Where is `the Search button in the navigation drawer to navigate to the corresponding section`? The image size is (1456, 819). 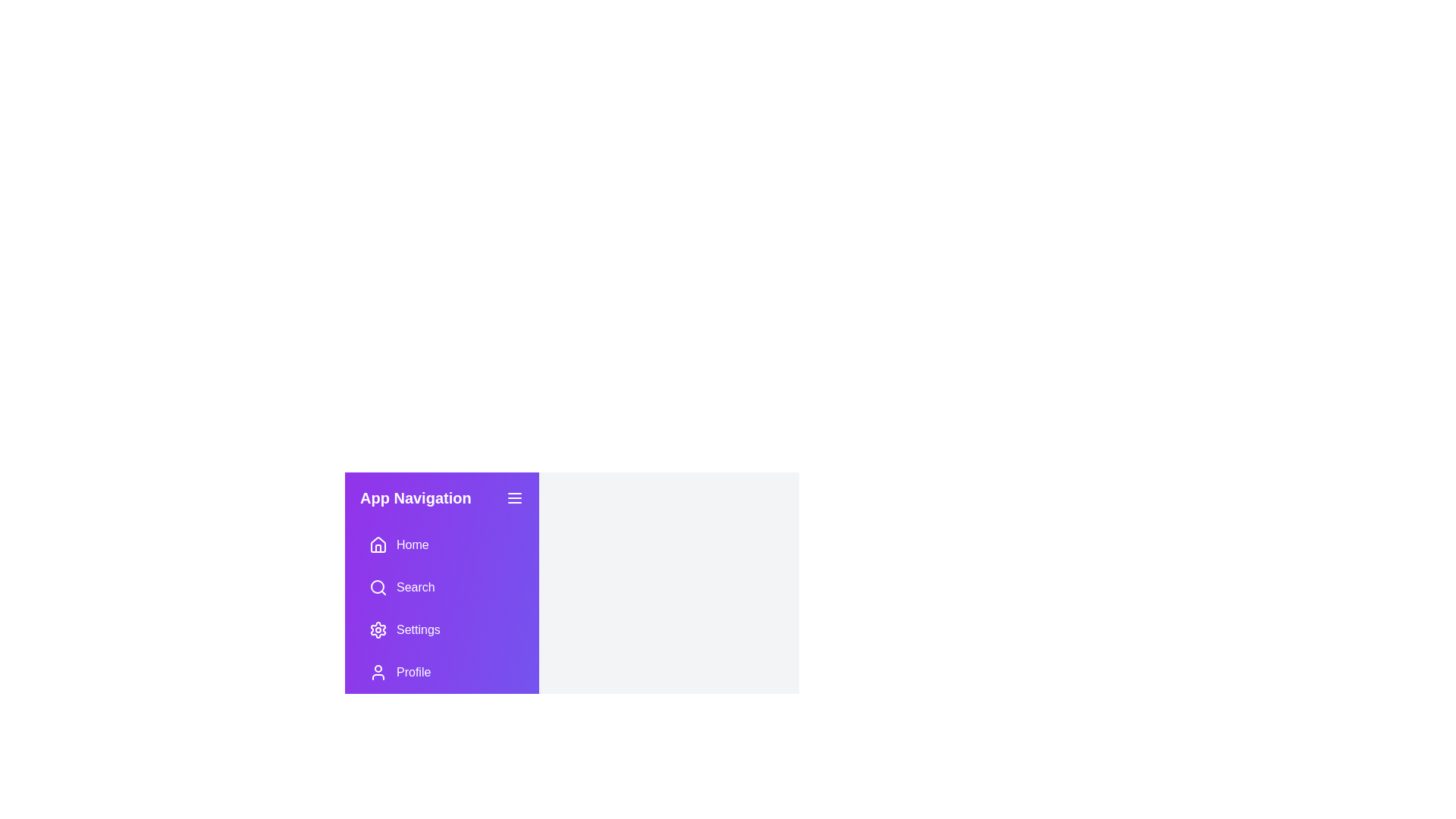
the Search button in the navigation drawer to navigate to the corresponding section is located at coordinates (441, 587).